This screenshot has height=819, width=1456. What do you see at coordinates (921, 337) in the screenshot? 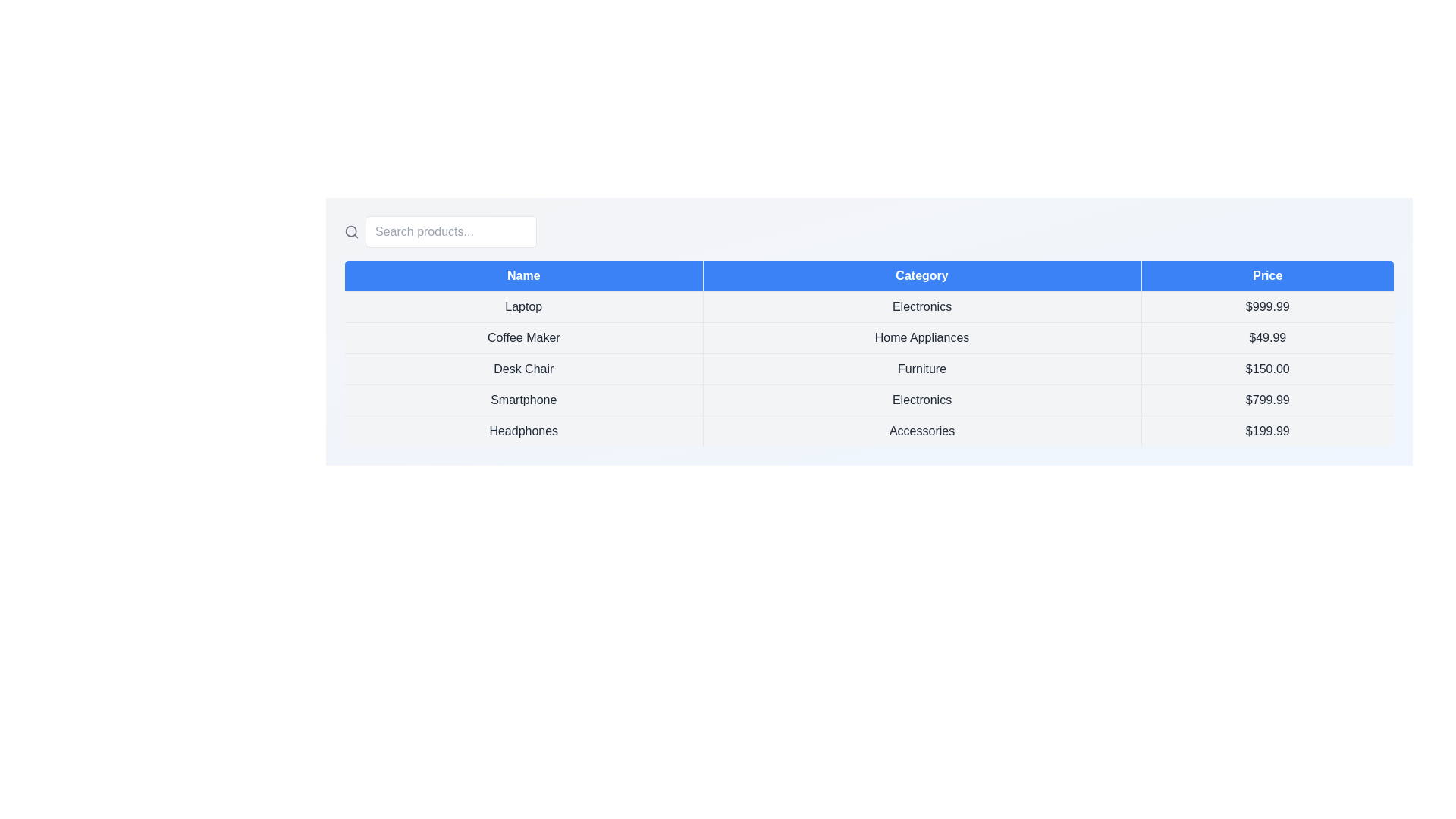
I see `the 'Coffee Maker' Text Label in the 'Category' column of the table, which provides contextual information about the item` at bounding box center [921, 337].